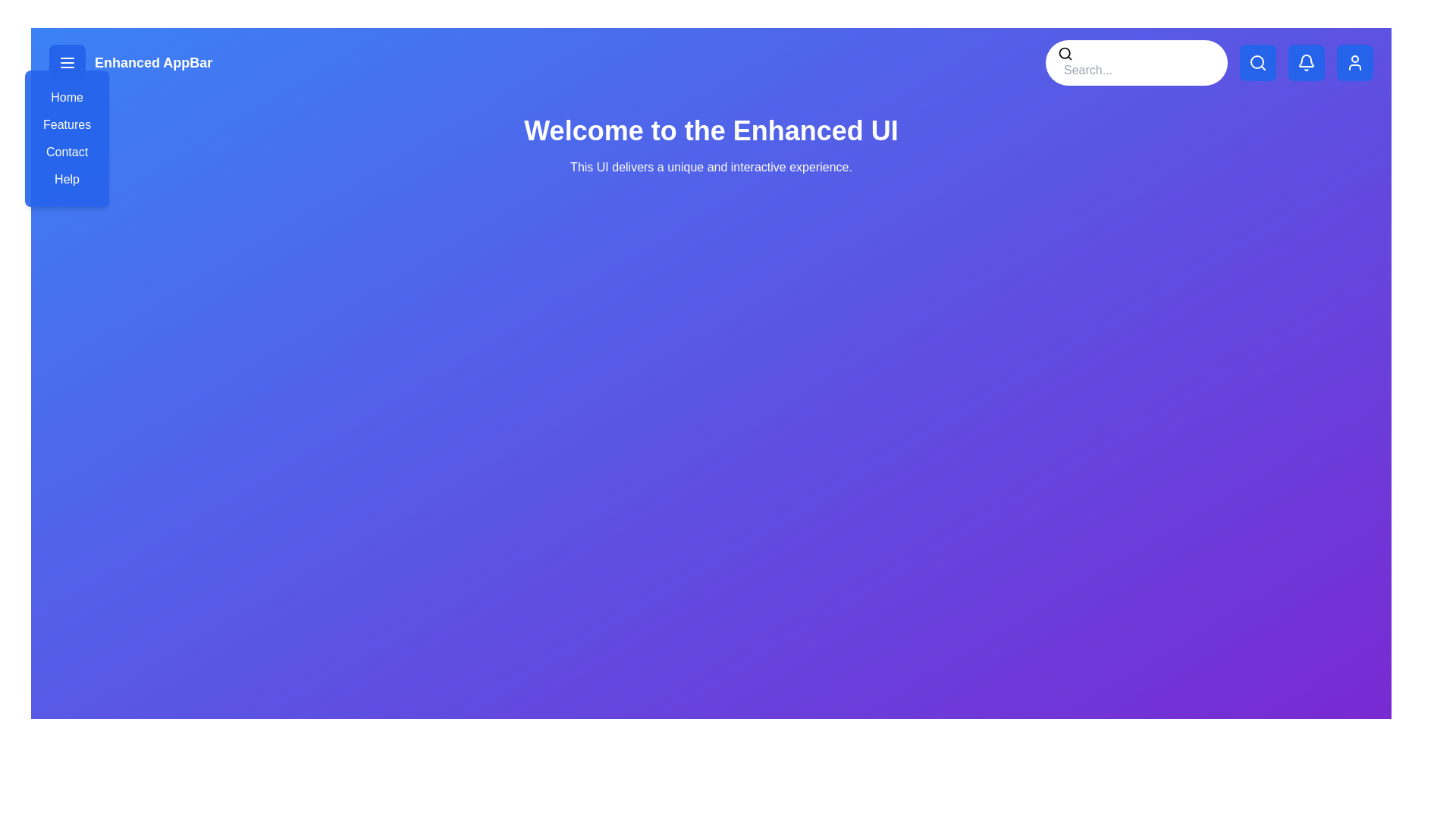 Image resolution: width=1456 pixels, height=819 pixels. I want to click on the menu item labeled Home, so click(65, 97).